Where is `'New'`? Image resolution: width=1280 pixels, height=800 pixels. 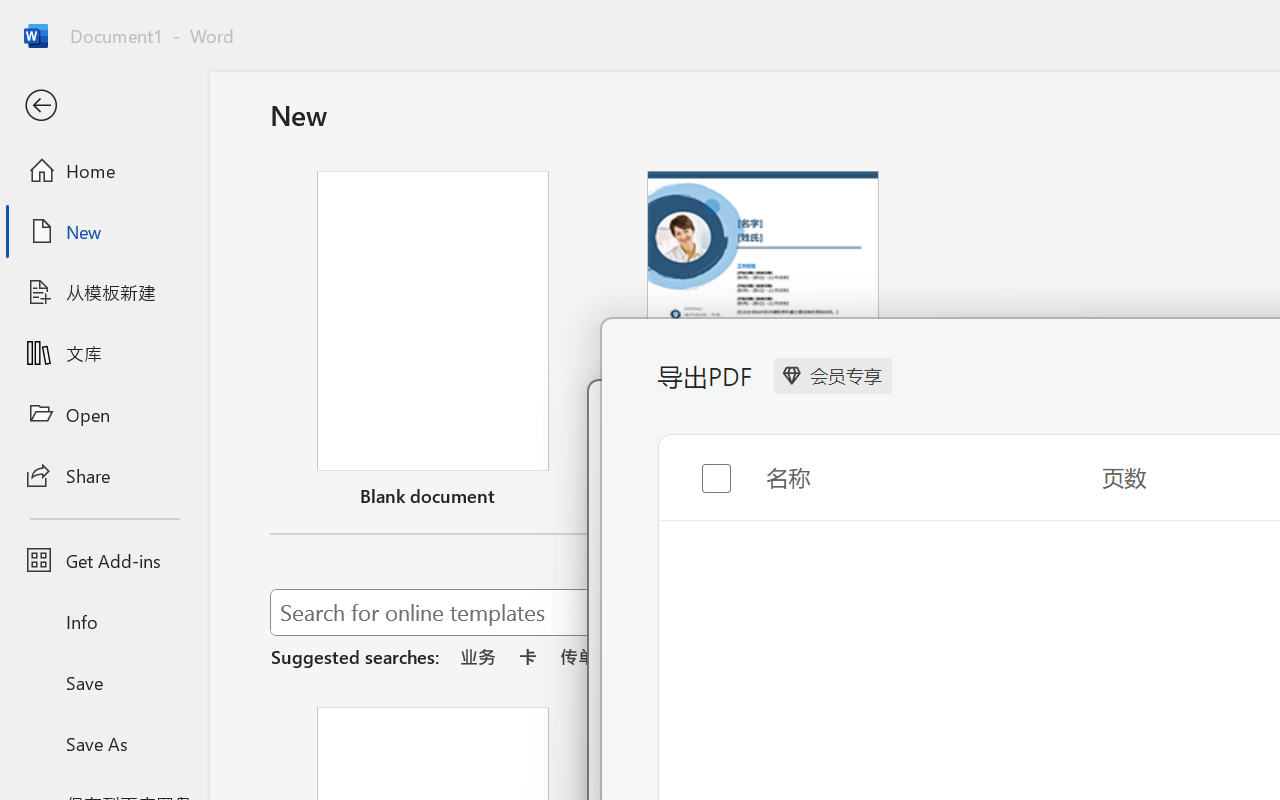 'New' is located at coordinates (103, 231).